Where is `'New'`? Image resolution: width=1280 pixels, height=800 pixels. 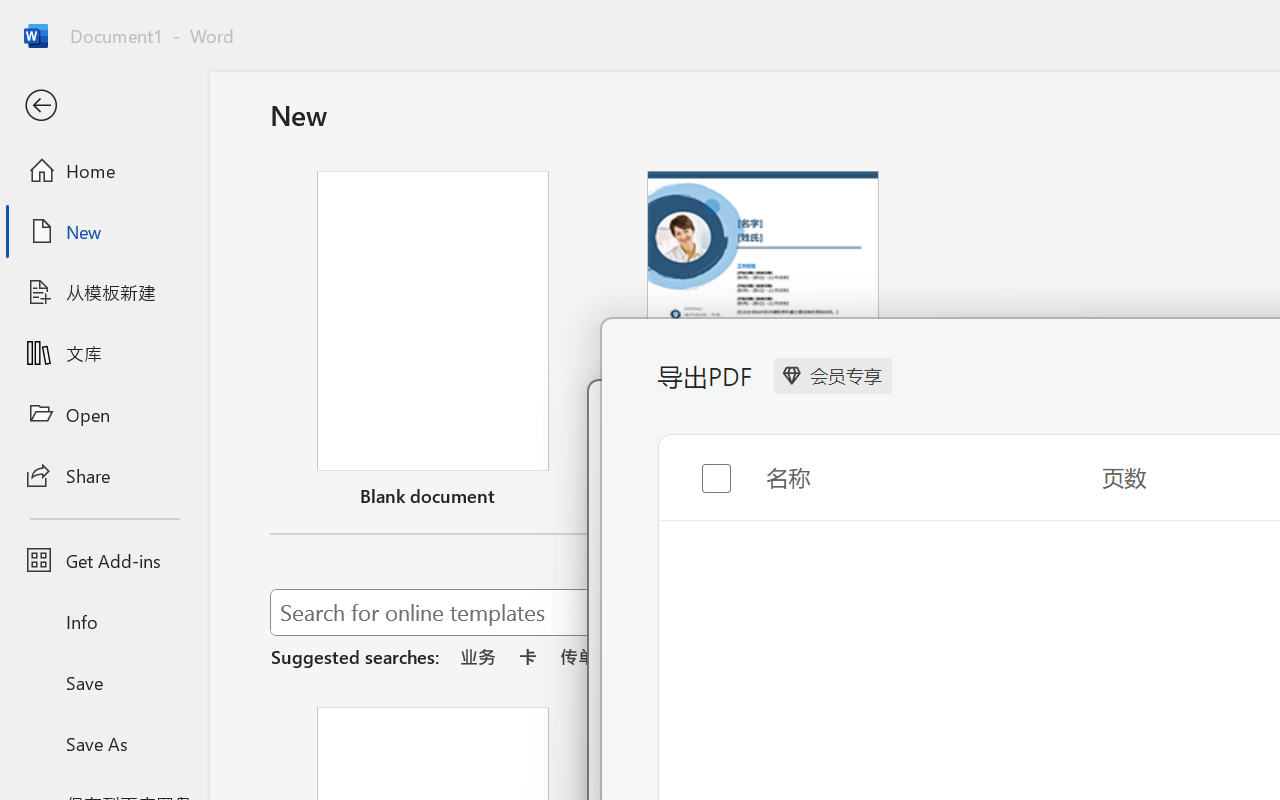 'New' is located at coordinates (103, 231).